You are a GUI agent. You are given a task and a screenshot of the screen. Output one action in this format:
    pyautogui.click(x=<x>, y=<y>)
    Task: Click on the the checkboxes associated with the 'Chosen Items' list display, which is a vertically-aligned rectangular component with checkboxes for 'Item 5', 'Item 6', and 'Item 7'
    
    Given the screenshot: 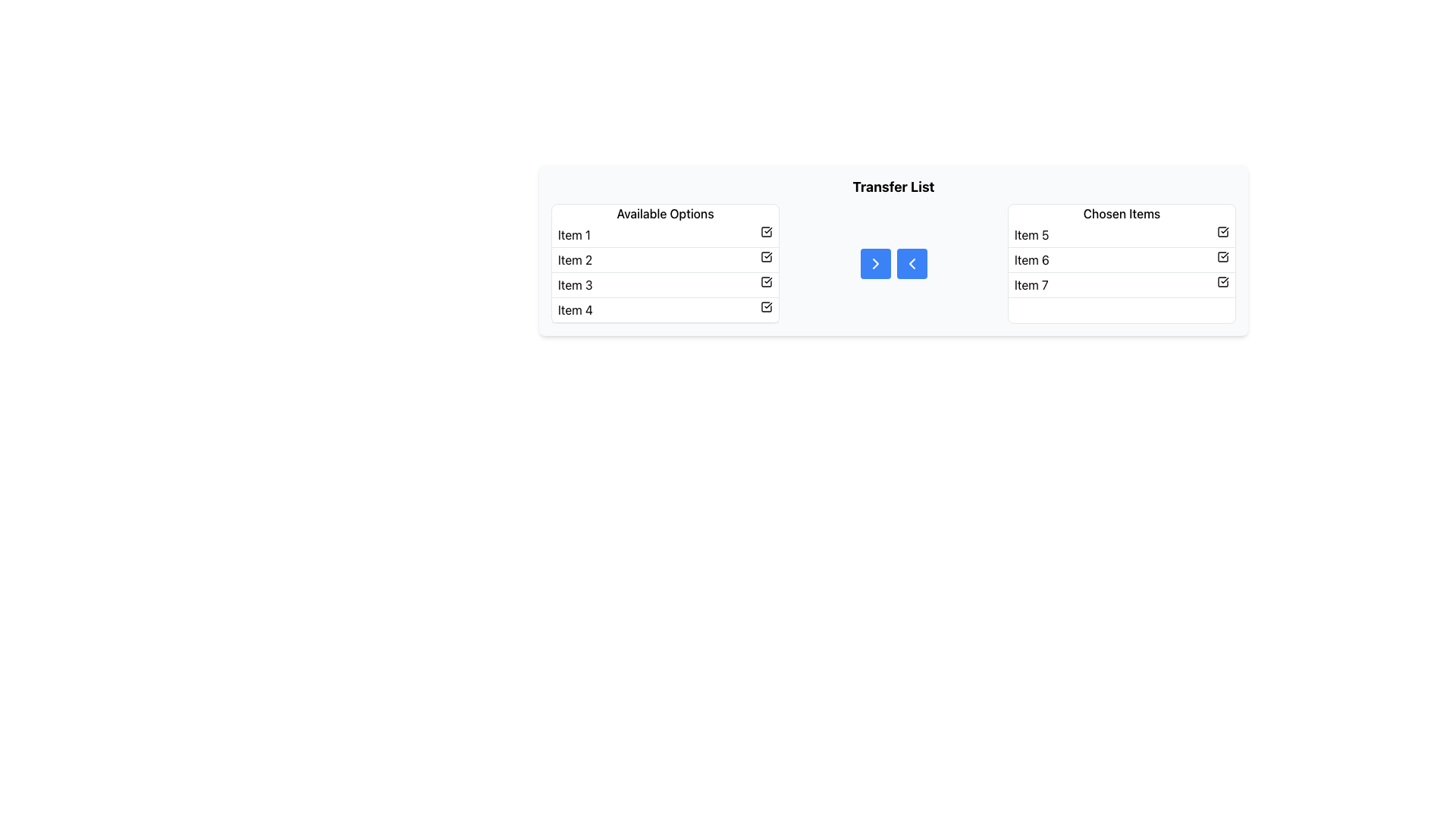 What is the action you would take?
    pyautogui.click(x=1121, y=262)
    